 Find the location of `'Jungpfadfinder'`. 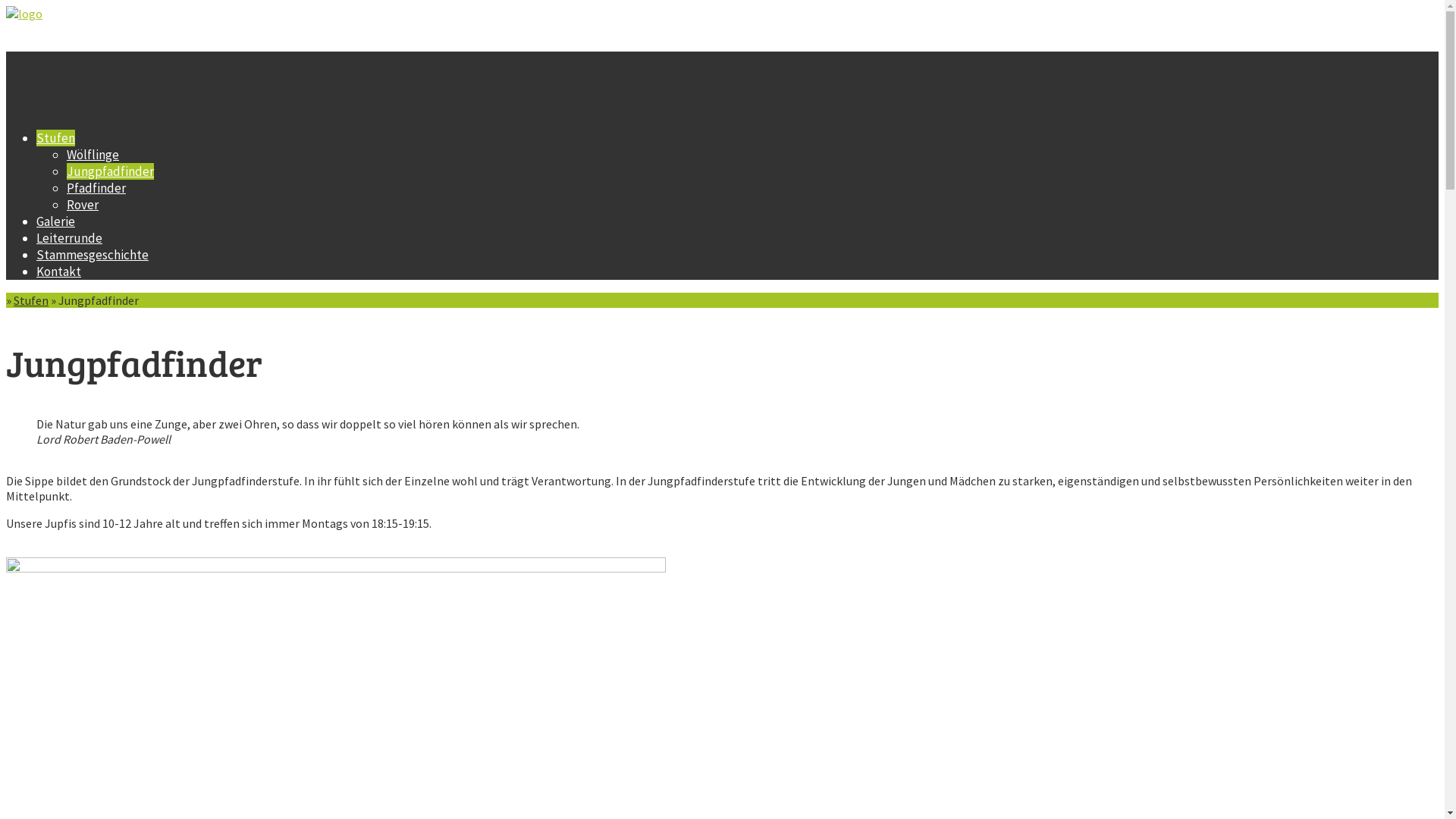

'Jungpfadfinder' is located at coordinates (65, 171).